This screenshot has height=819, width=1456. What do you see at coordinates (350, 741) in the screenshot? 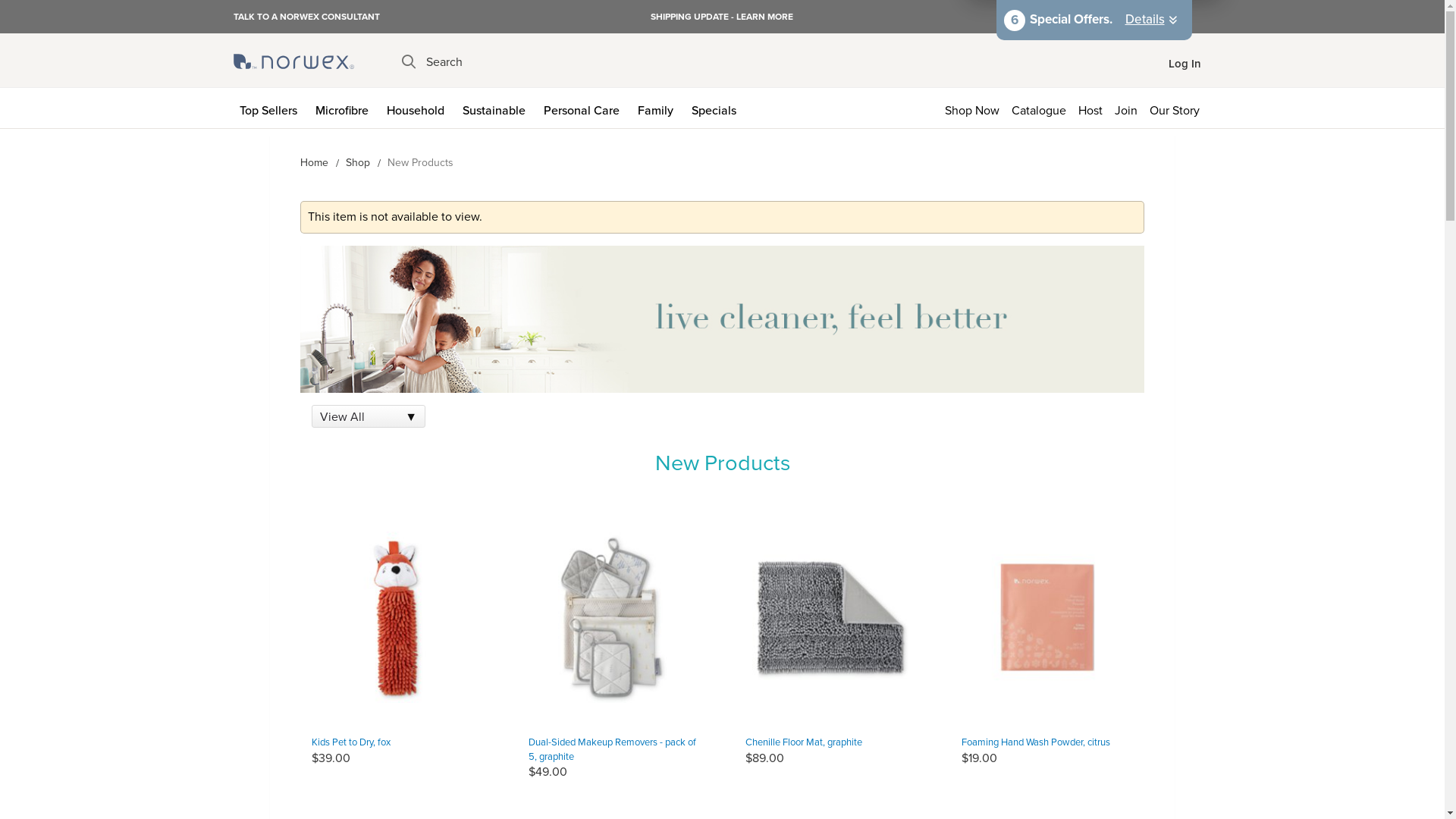
I see `'Kids Pet to Dry, fox'` at bounding box center [350, 741].